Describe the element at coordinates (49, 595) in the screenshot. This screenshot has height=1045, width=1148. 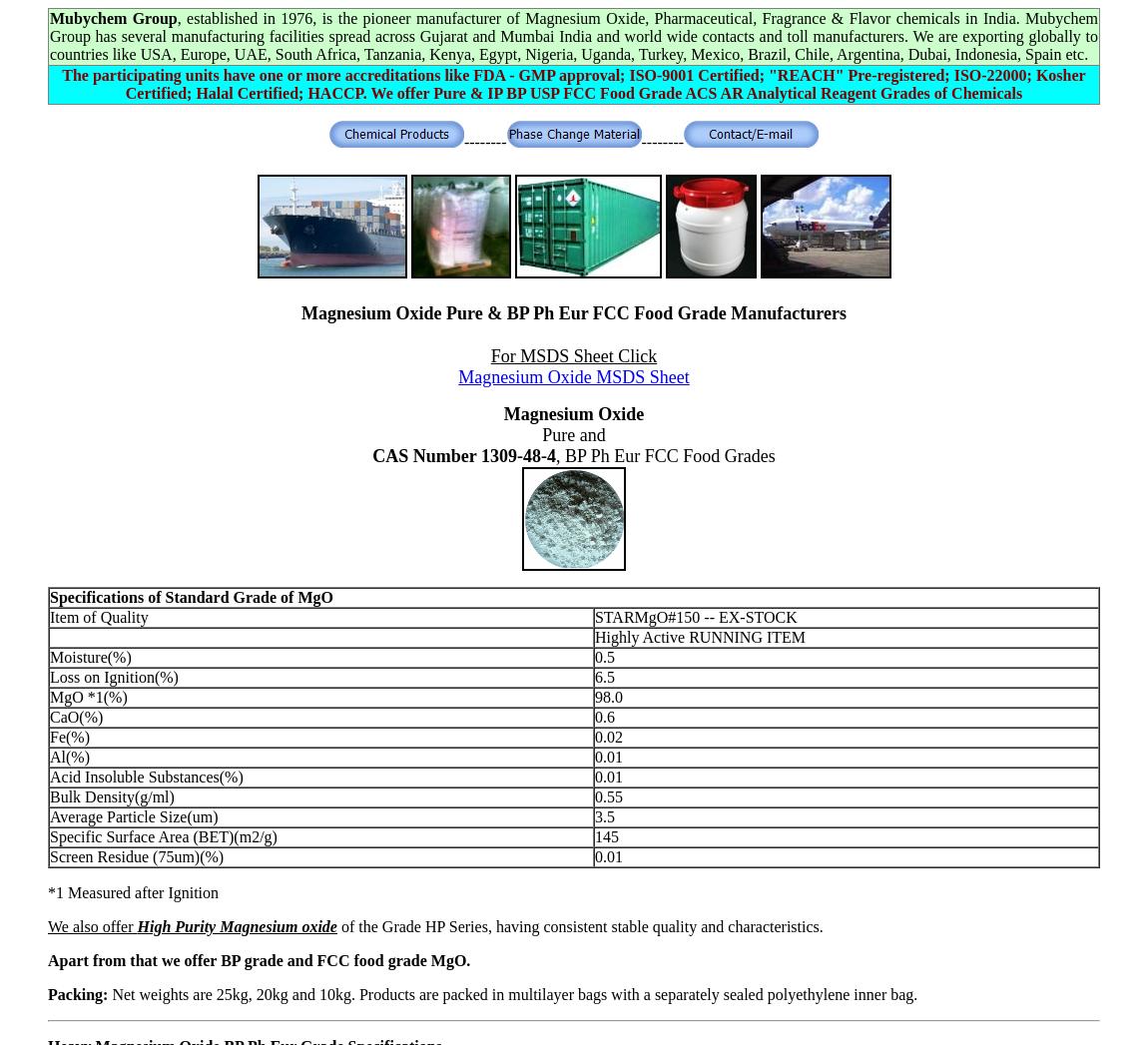
I see `'Specifications    of Standard Grade of MgO'` at that location.